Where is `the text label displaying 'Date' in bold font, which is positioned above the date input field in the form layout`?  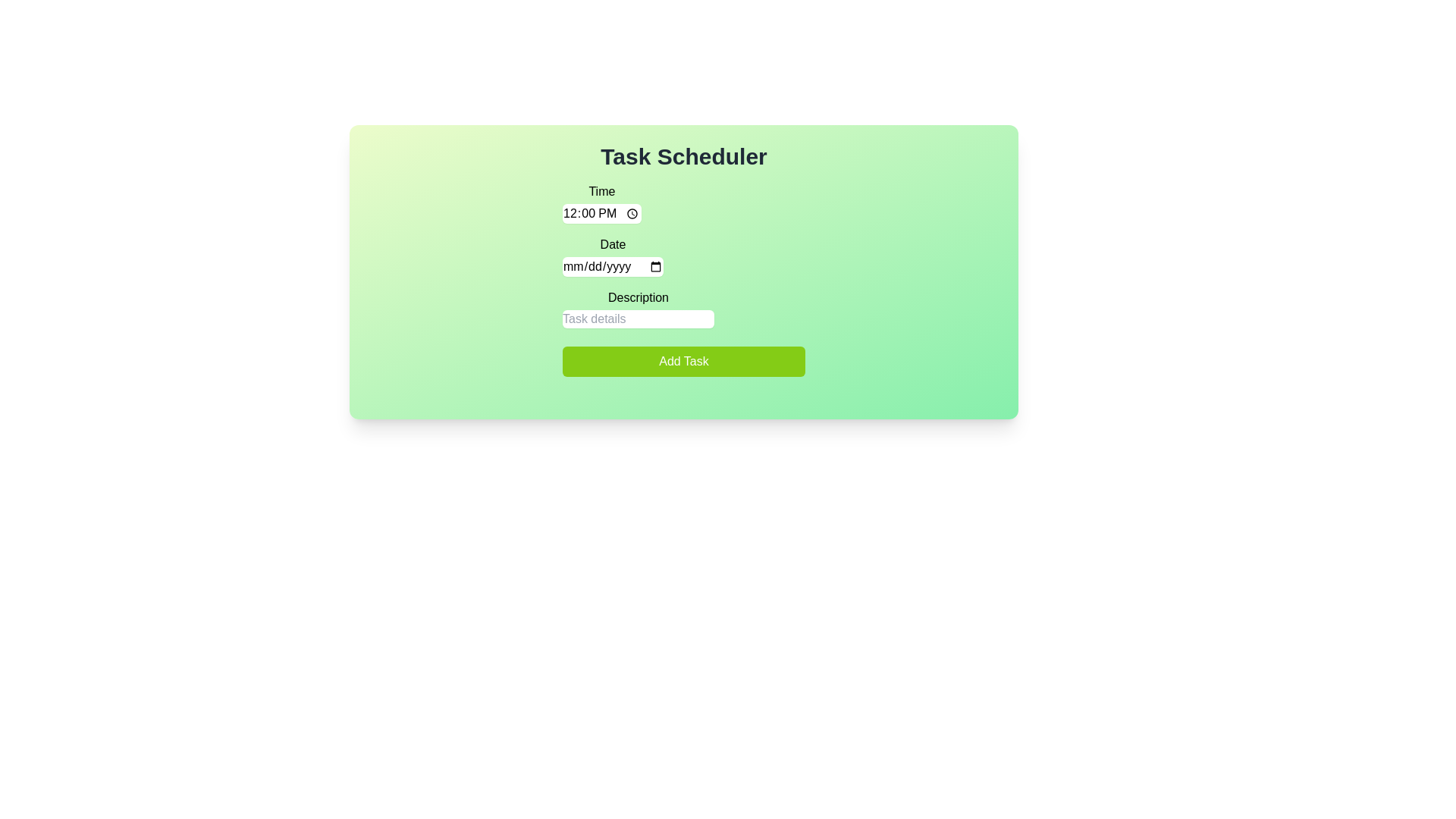
the text label displaying 'Date' in bold font, which is positioned above the date input field in the form layout is located at coordinates (613, 244).